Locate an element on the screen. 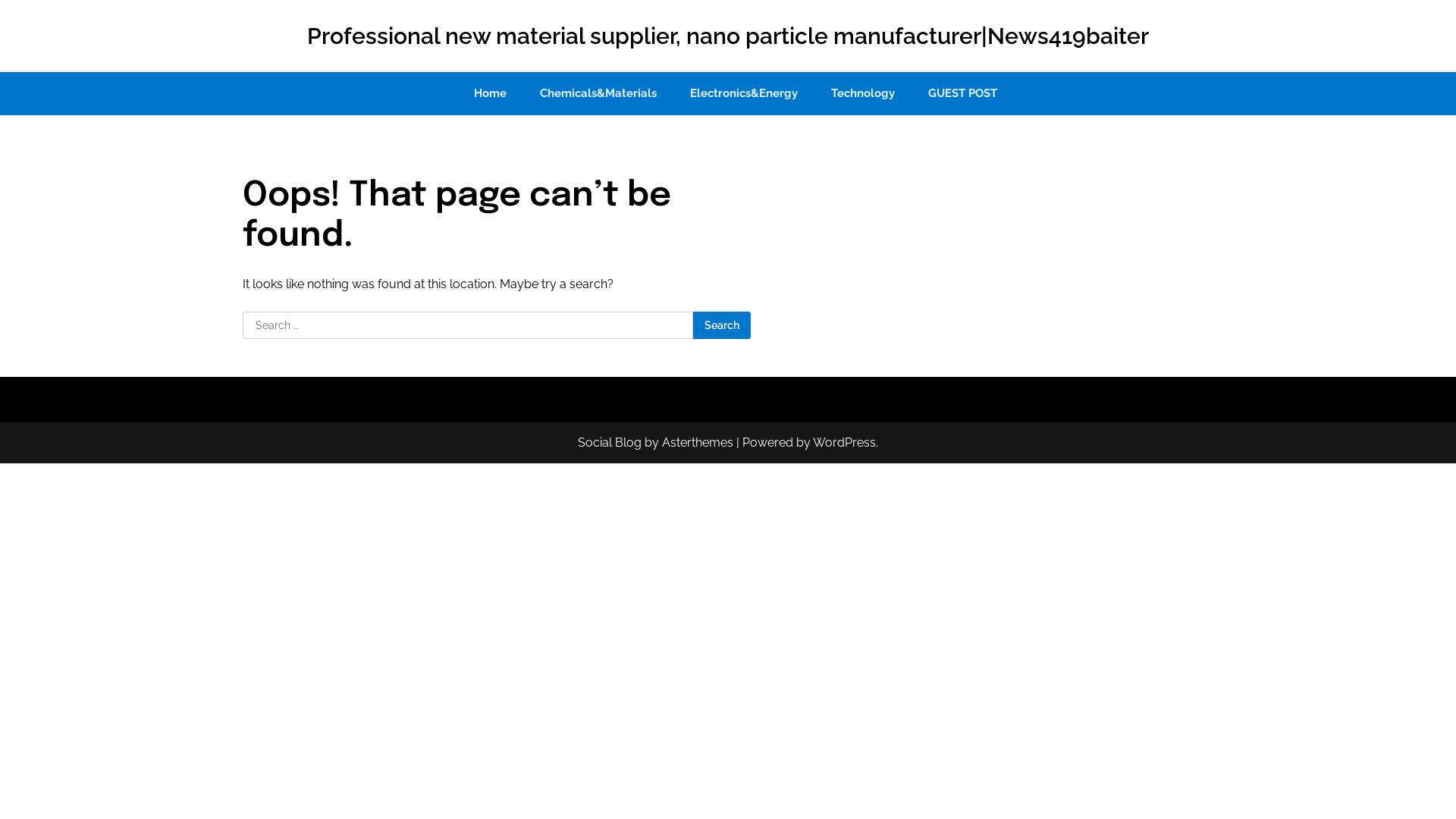  'WordPress' is located at coordinates (843, 442).